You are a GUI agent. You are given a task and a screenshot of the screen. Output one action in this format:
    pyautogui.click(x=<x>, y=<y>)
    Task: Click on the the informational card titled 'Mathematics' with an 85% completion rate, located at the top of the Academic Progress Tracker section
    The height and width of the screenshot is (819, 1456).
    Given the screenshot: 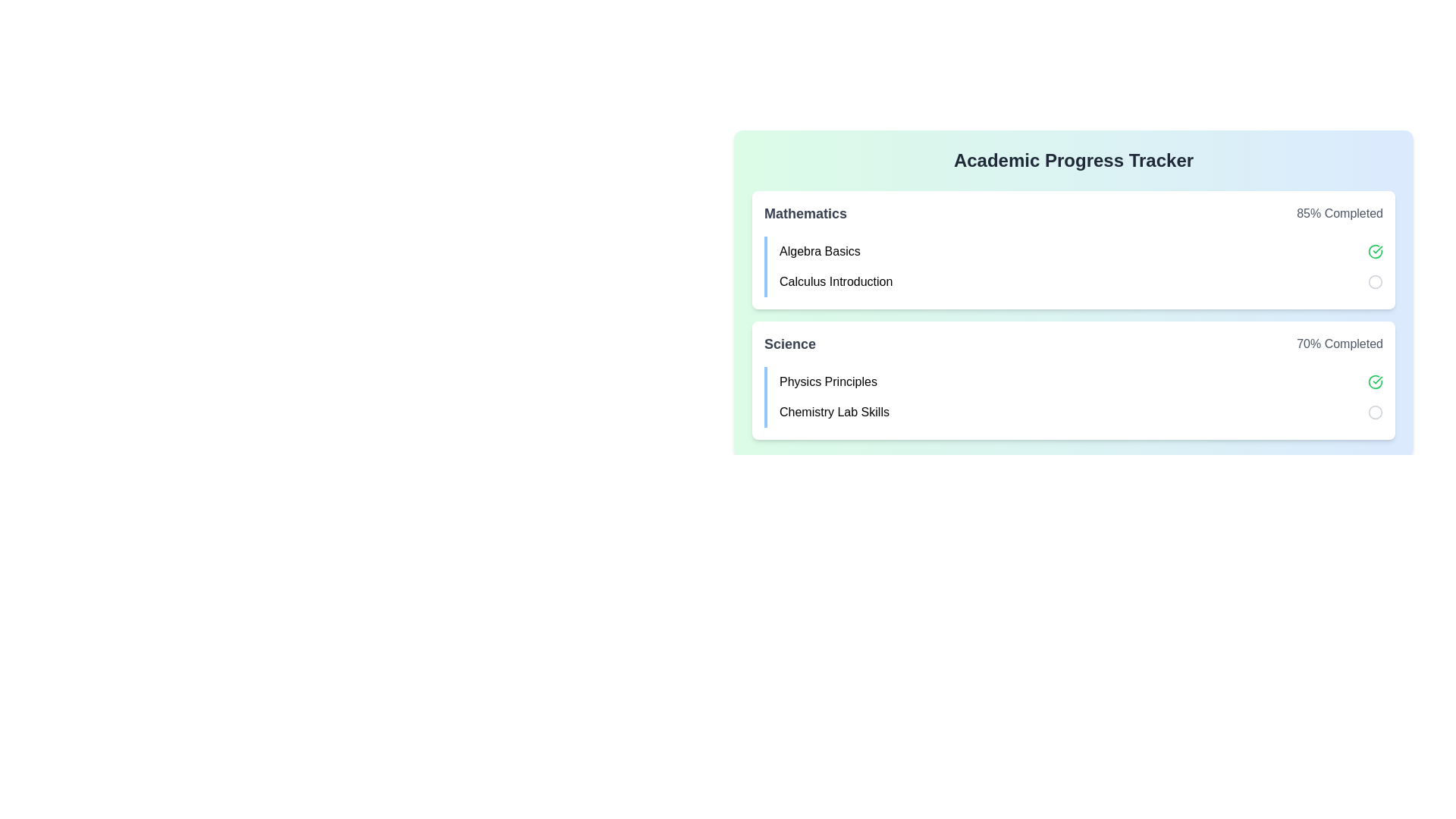 What is the action you would take?
    pyautogui.click(x=1073, y=249)
    